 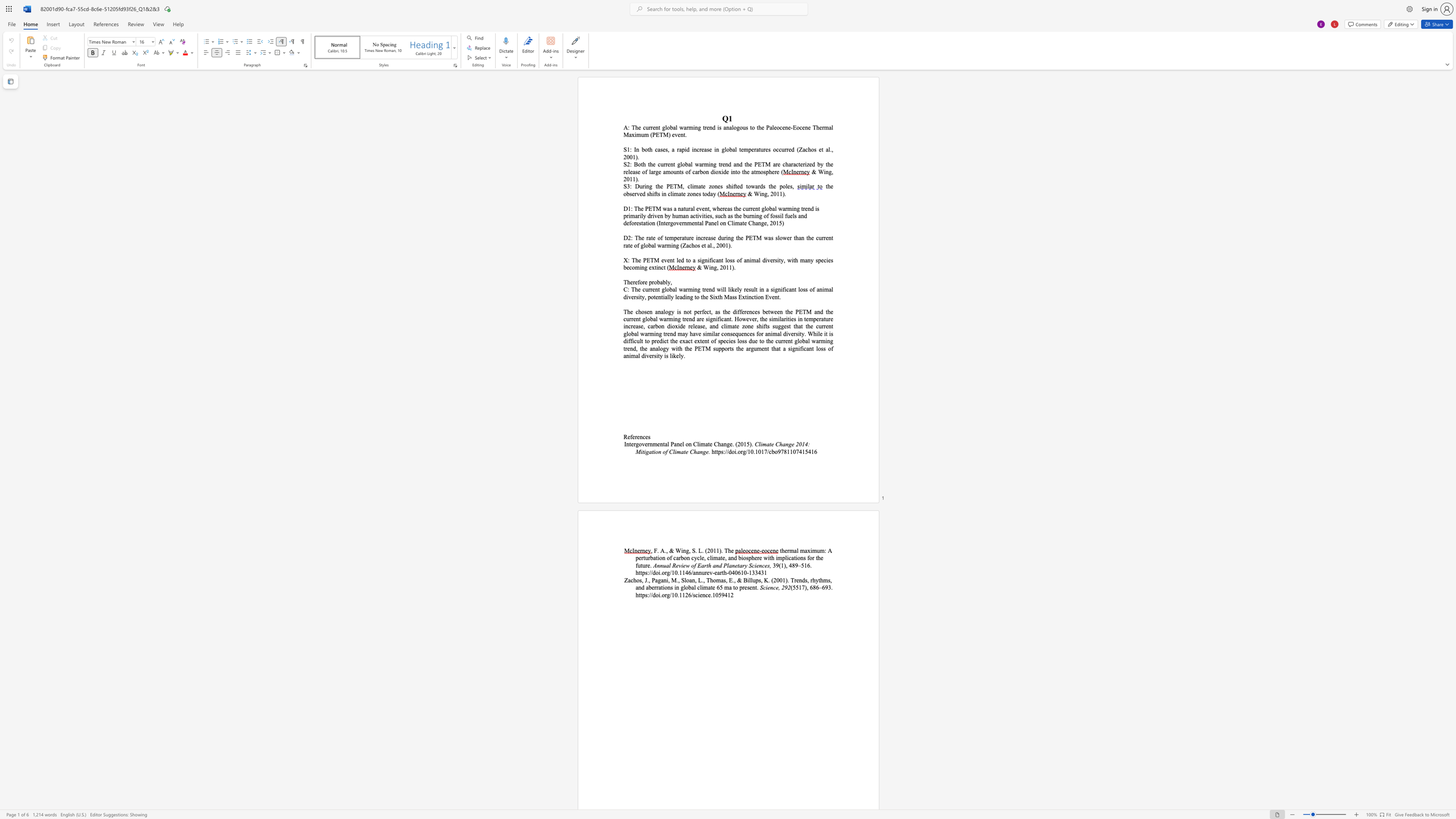 What do you see at coordinates (682, 297) in the screenshot?
I see `the subset text "ding to the Sixth Mass Extinction Eve" within the text "in a significant loss of animal diversity, potentially leading to the Sixth Mass Extinction Event."` at bounding box center [682, 297].